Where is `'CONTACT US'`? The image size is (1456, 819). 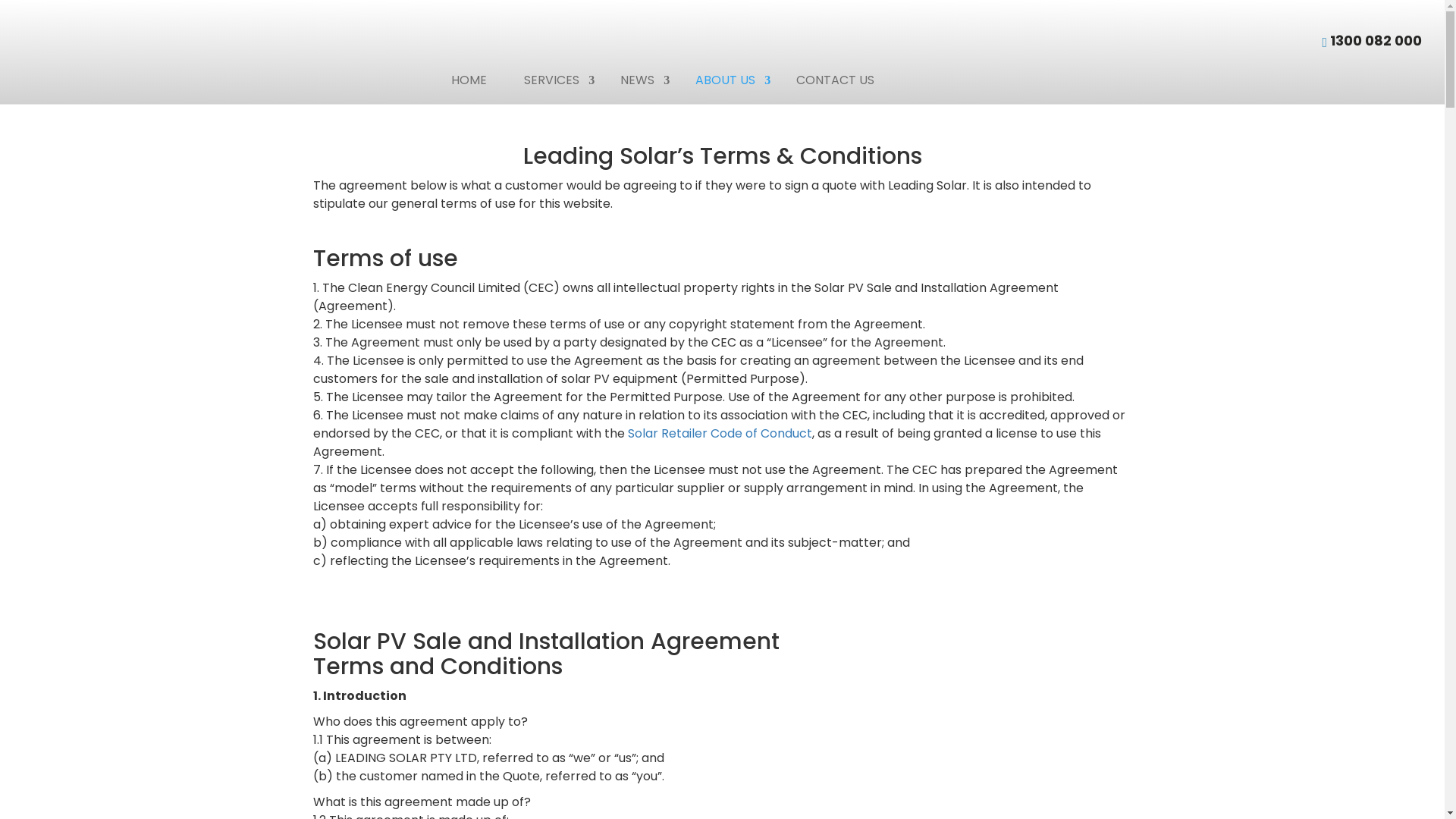 'CONTACT US' is located at coordinates (834, 80).